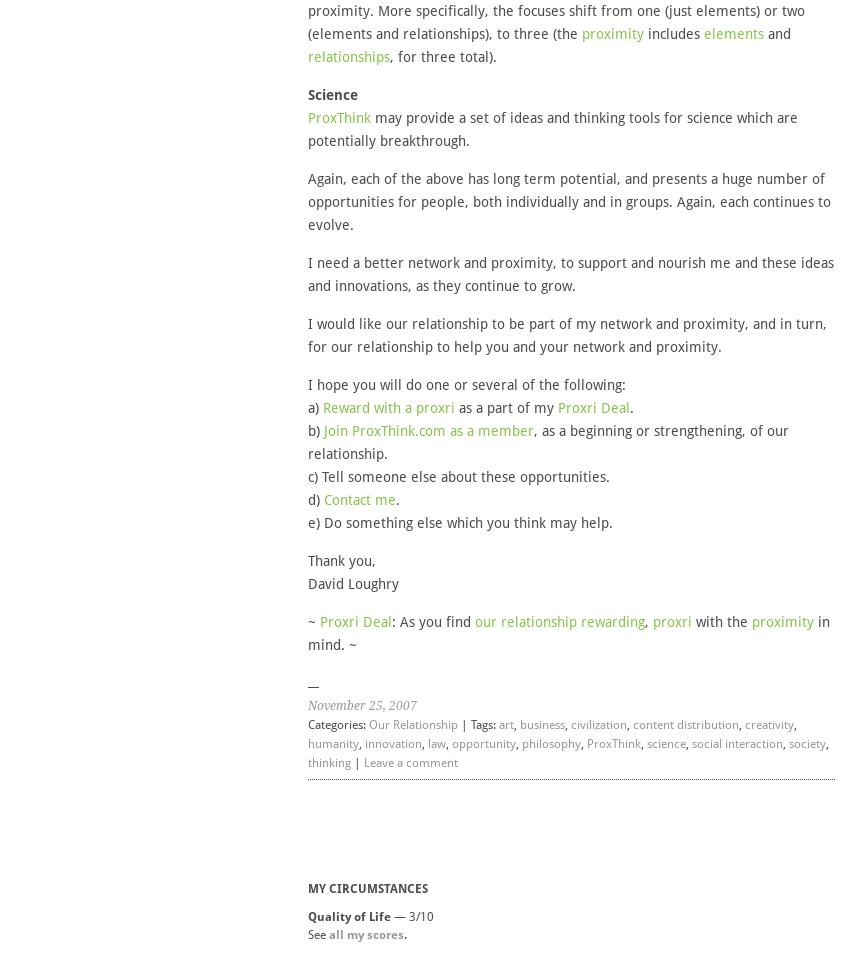 The width and height of the screenshot is (850, 955). What do you see at coordinates (431, 621) in the screenshot?
I see `': As you find'` at bounding box center [431, 621].